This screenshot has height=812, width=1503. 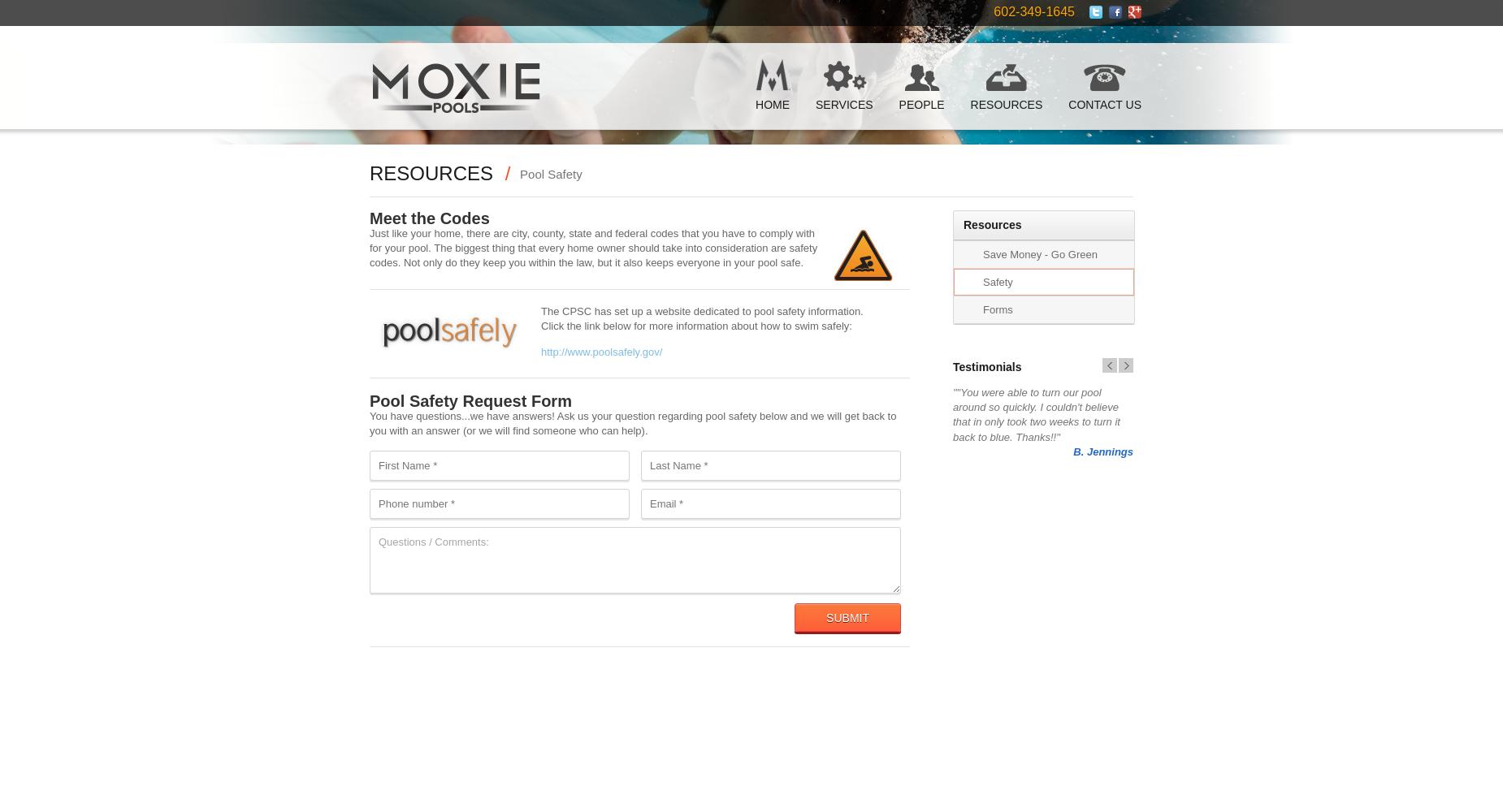 I want to click on 'Forms', so click(x=997, y=309).